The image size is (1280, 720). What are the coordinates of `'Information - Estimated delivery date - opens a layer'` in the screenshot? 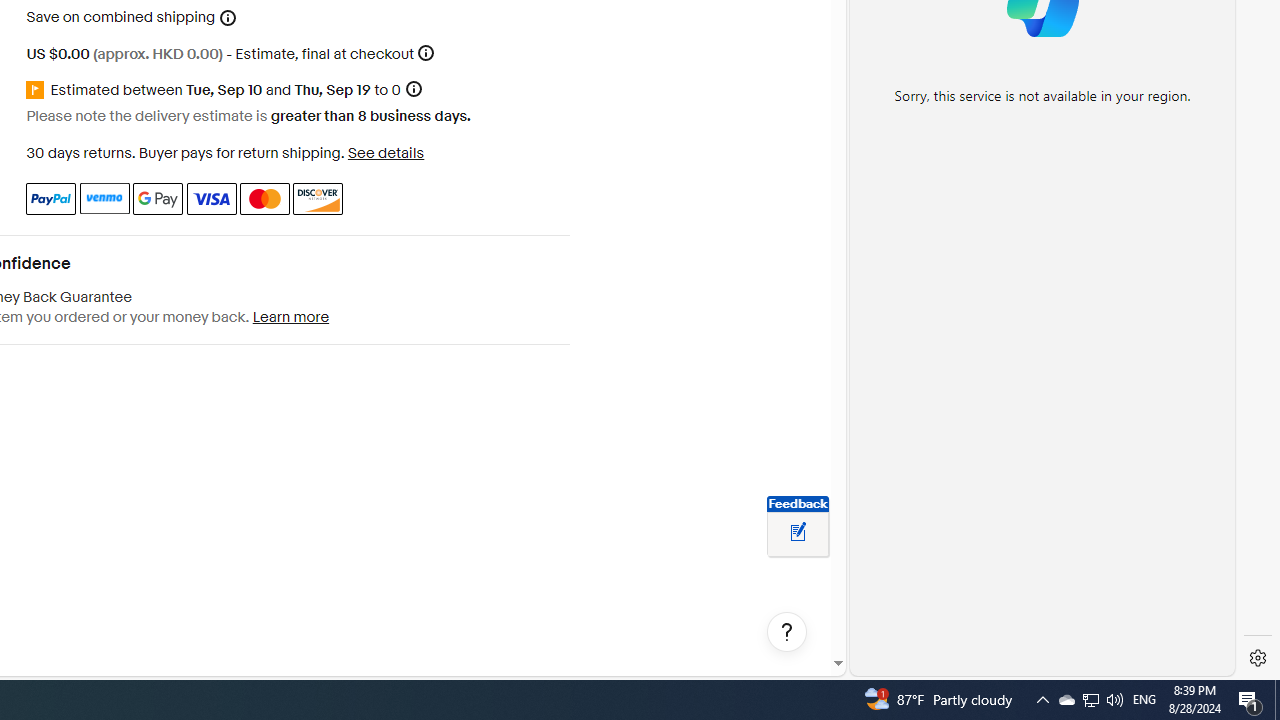 It's located at (412, 88).